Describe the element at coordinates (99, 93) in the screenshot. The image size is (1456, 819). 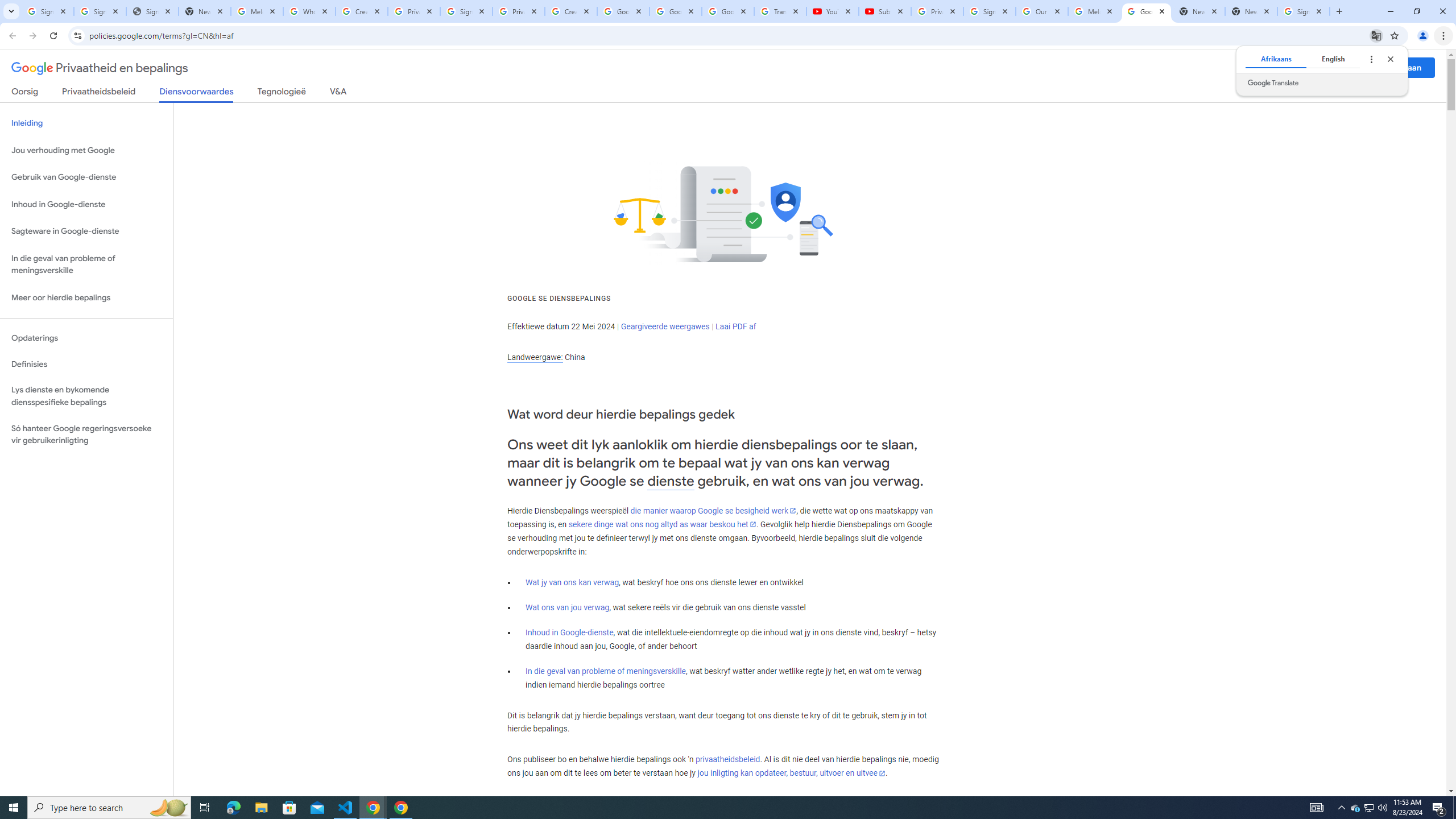
I see `'Privaatheidsbeleid'` at that location.